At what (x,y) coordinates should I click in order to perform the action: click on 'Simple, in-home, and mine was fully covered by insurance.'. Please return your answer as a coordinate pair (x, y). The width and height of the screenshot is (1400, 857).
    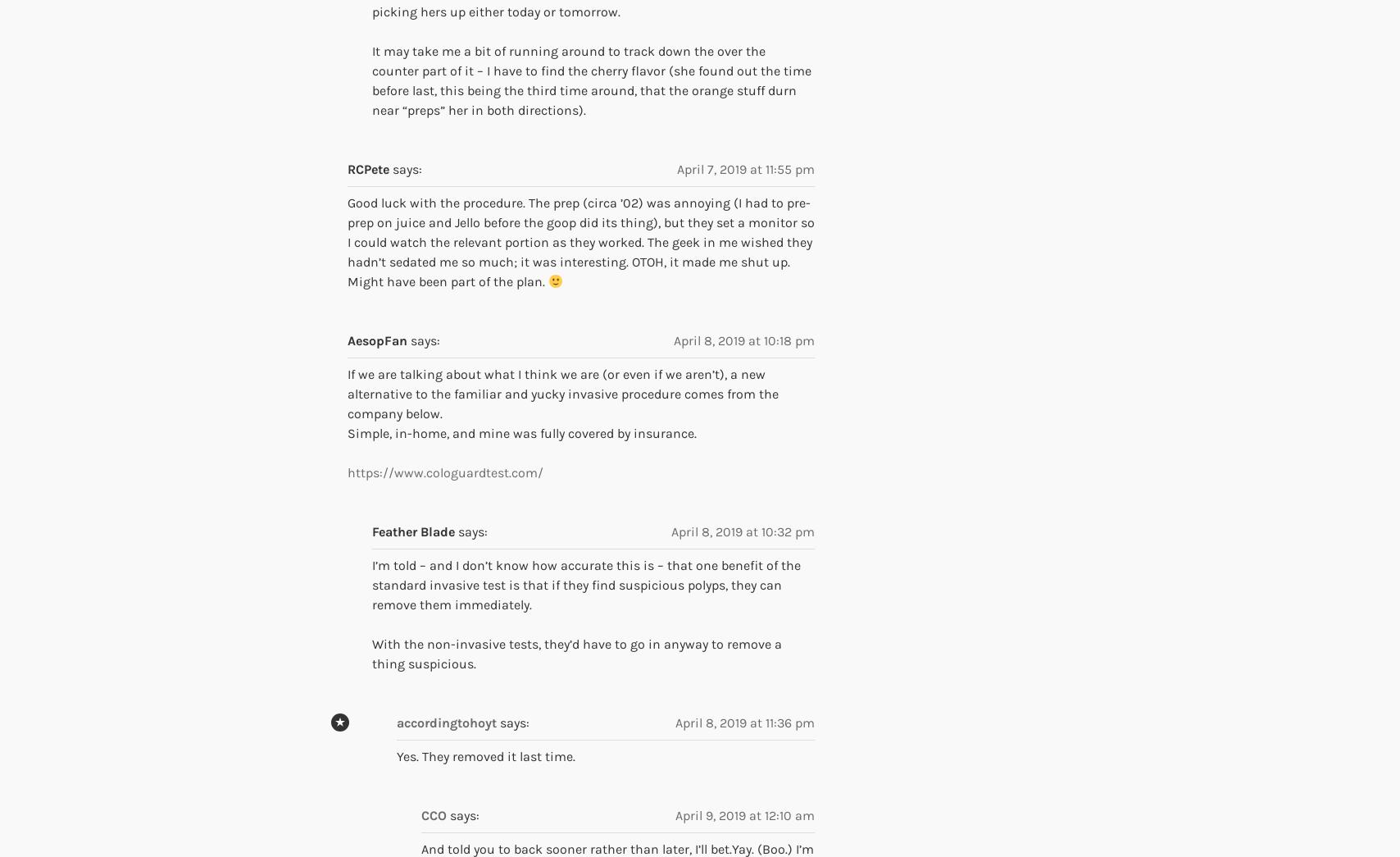
    Looking at the image, I should click on (522, 433).